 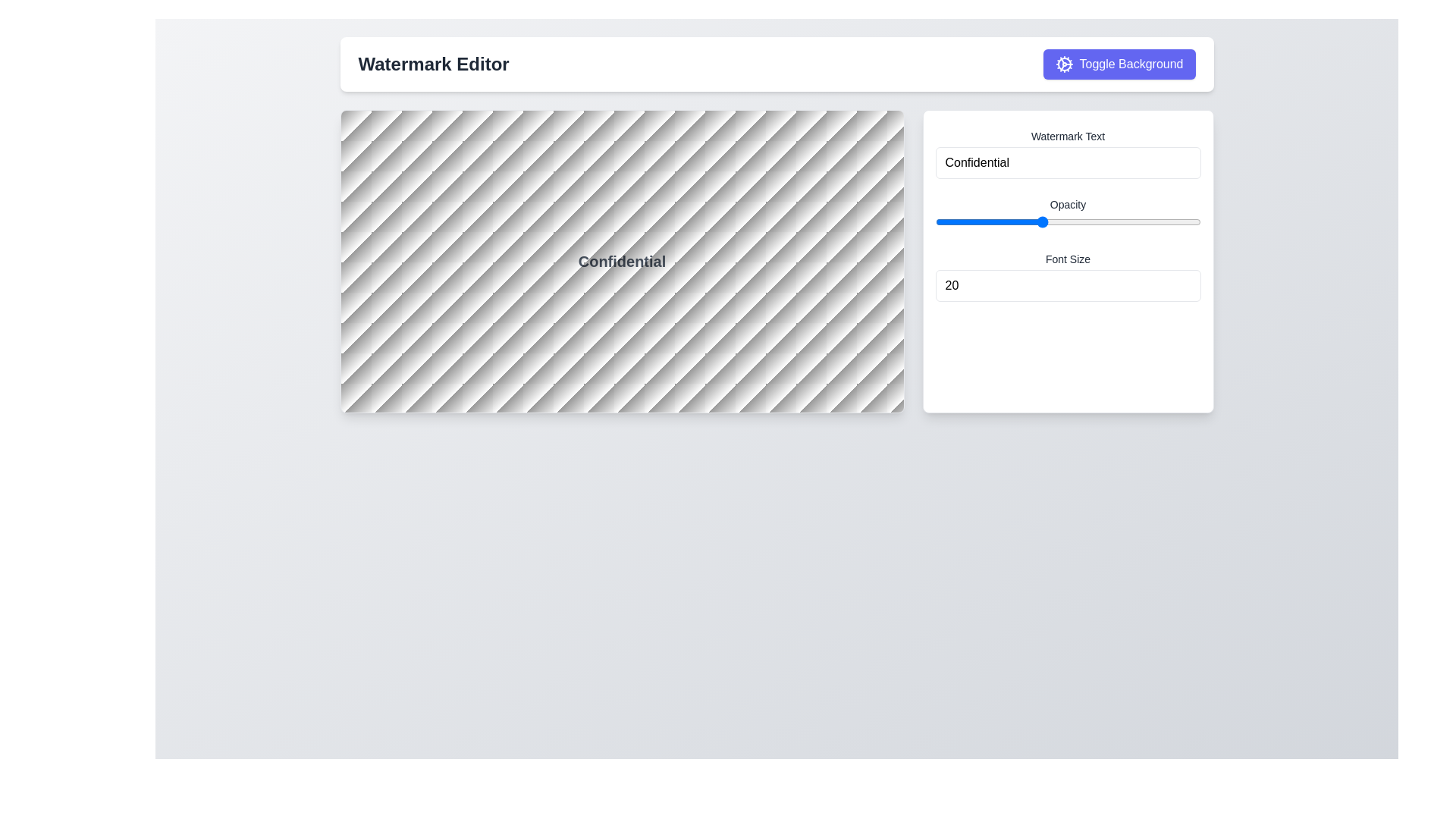 I want to click on the Text label that serves as a title for the input field labeled 'Confidential' in the upper-right section of the settings panel, so click(x=1067, y=136).